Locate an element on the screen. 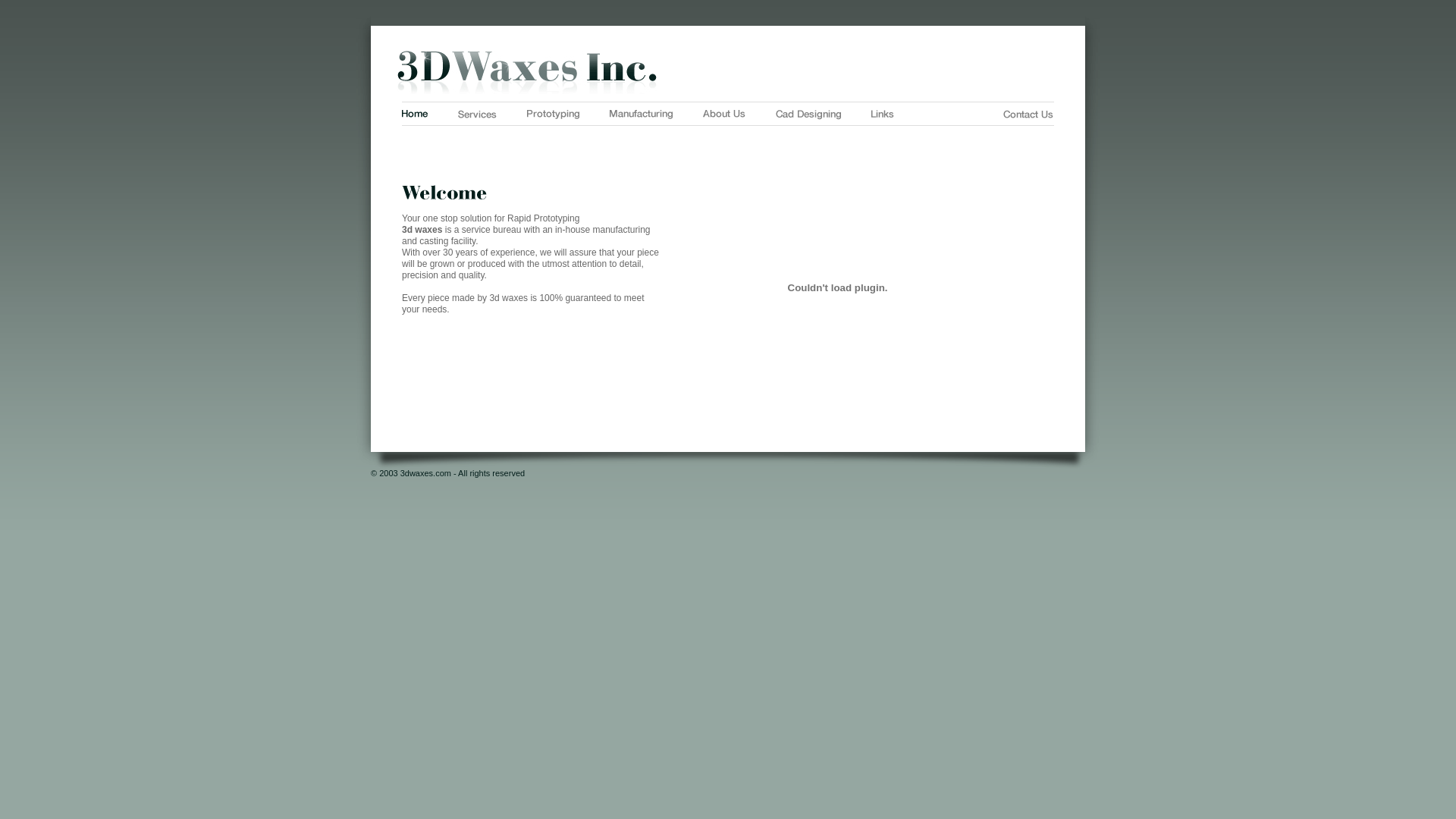 This screenshot has width=1456, height=819. '3dwasex' is located at coordinates (728, 72).